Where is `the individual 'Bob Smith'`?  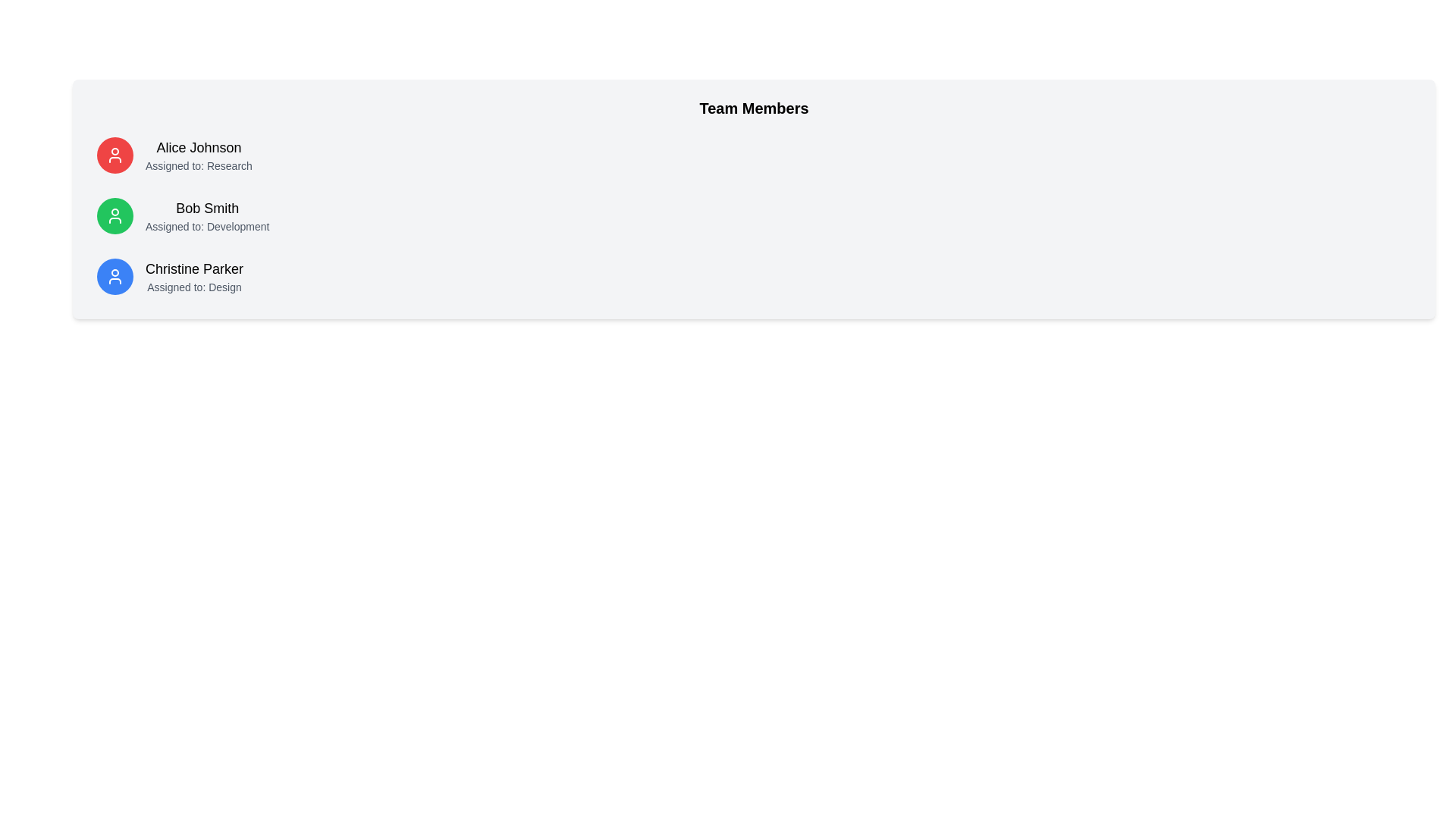 the individual 'Bob Smith' is located at coordinates (206, 216).